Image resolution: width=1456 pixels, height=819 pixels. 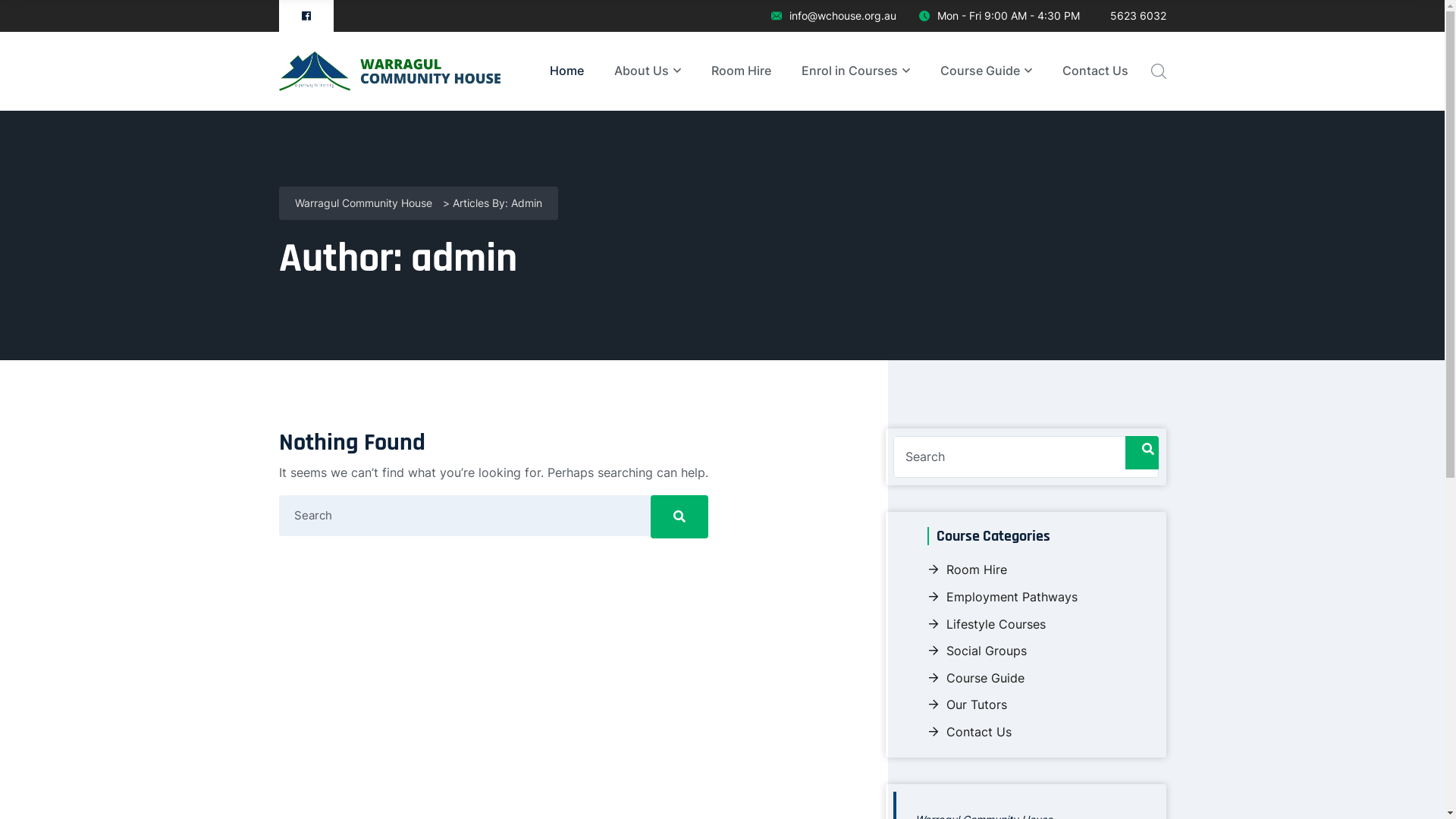 What do you see at coordinates (976, 649) in the screenshot?
I see `'Social Groups'` at bounding box center [976, 649].